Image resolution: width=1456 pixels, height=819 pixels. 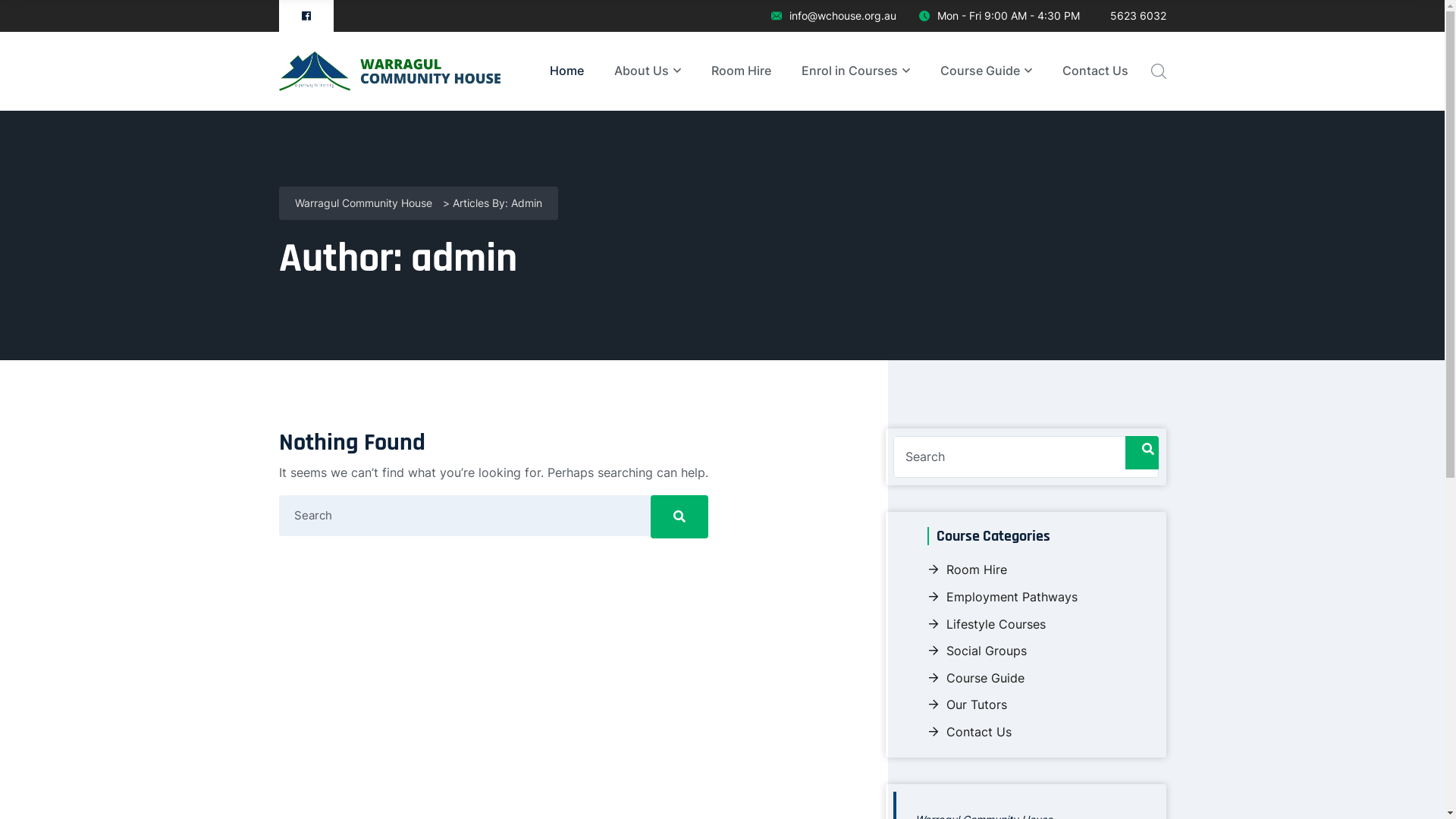 What do you see at coordinates (976, 649) in the screenshot?
I see `'Social Groups'` at bounding box center [976, 649].